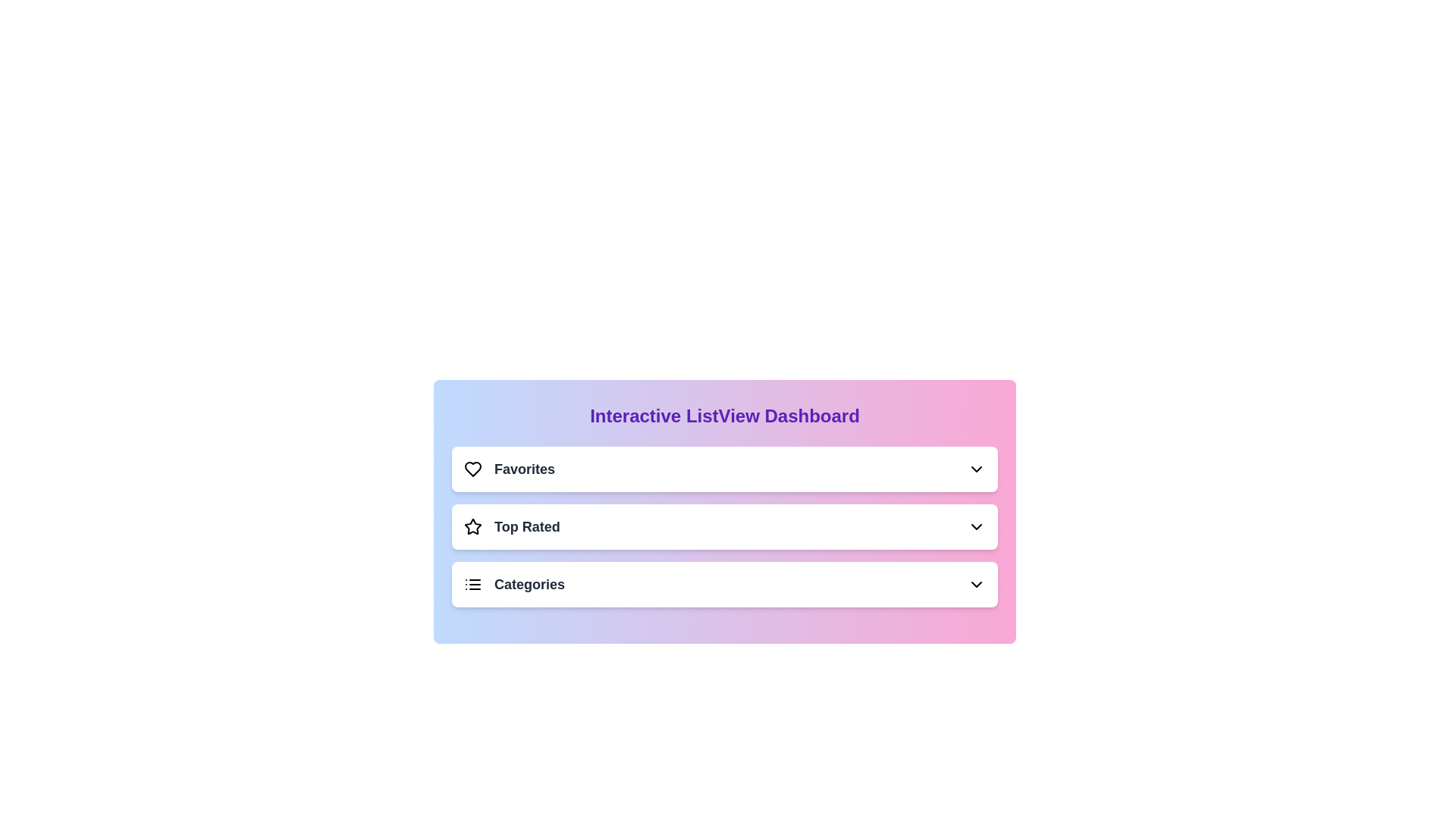  Describe the element at coordinates (472, 468) in the screenshot. I see `the icon corresponding to Favorites in the list` at that location.